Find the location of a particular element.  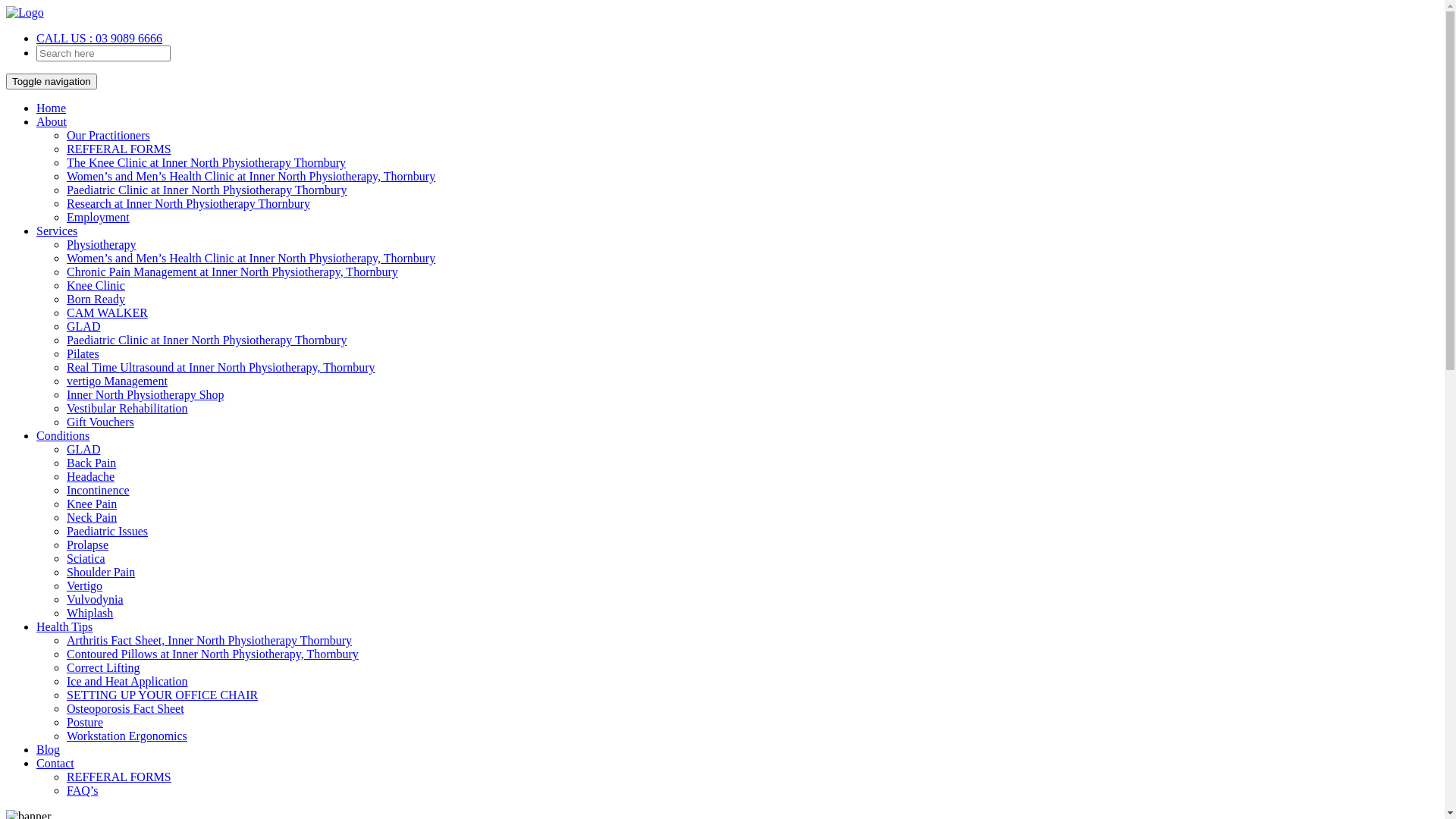

'Knee Pain' is located at coordinates (90, 504).